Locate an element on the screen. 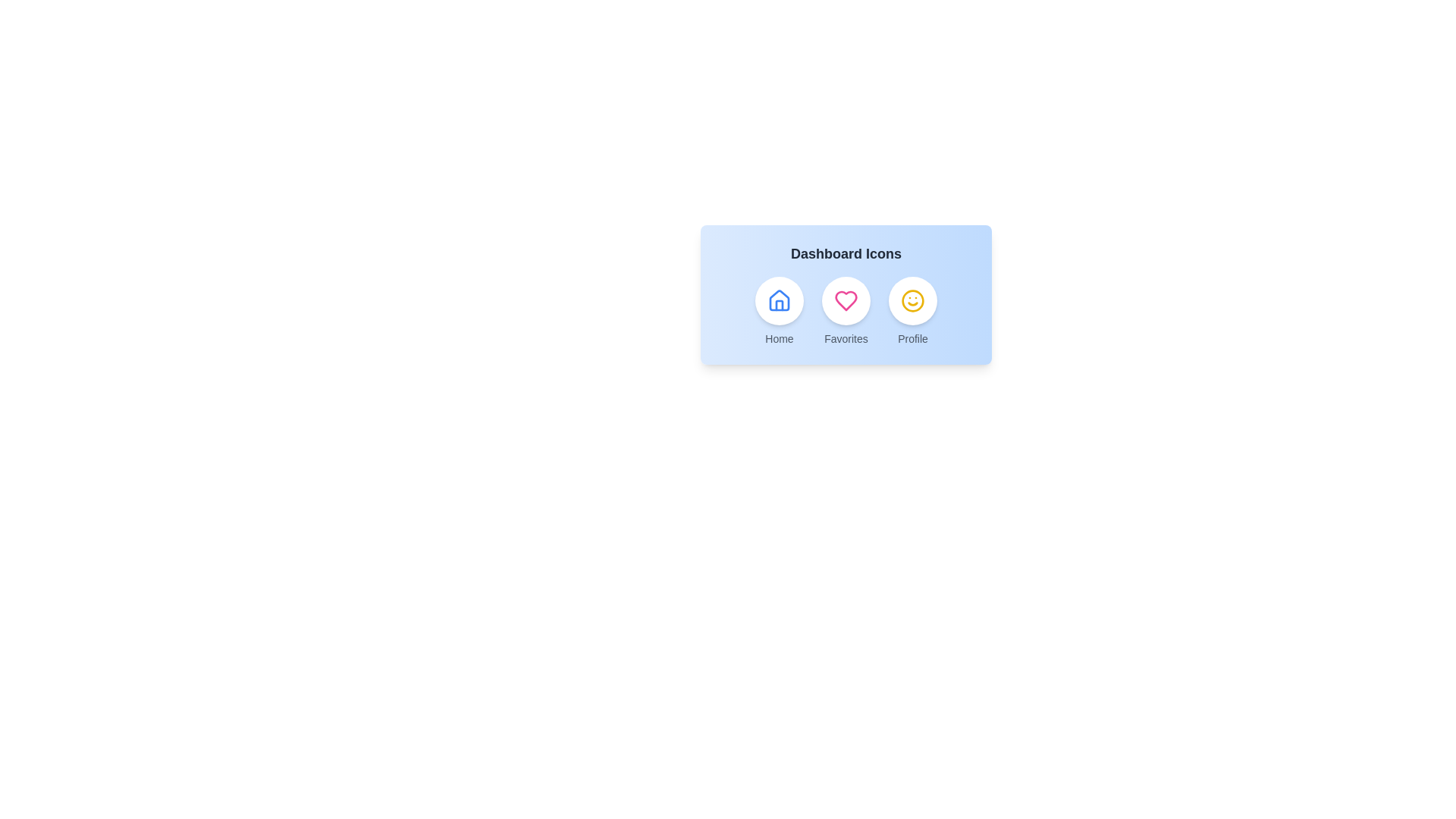  the 'Profile' text label, which is styled with a small, gray font and is located within the 'Dashboard Icons' section, specifically under the smiley-face icon is located at coordinates (912, 338).